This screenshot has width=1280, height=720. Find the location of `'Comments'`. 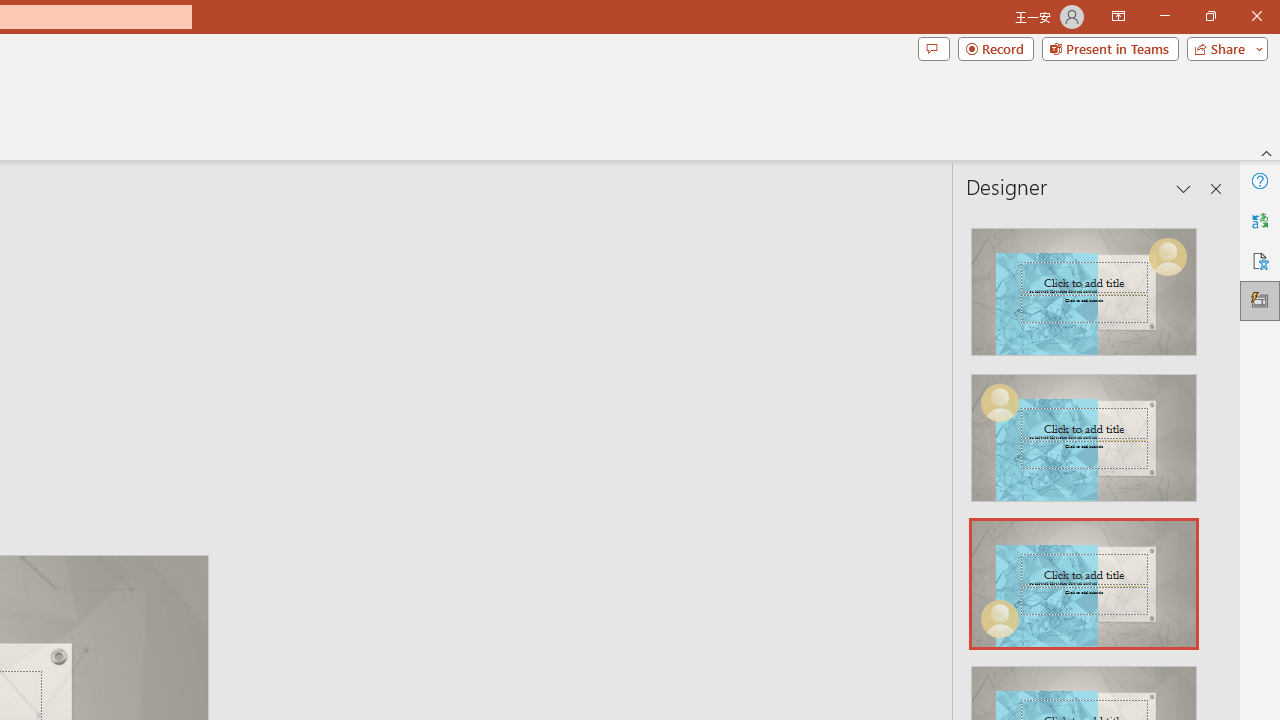

'Comments' is located at coordinates (932, 47).